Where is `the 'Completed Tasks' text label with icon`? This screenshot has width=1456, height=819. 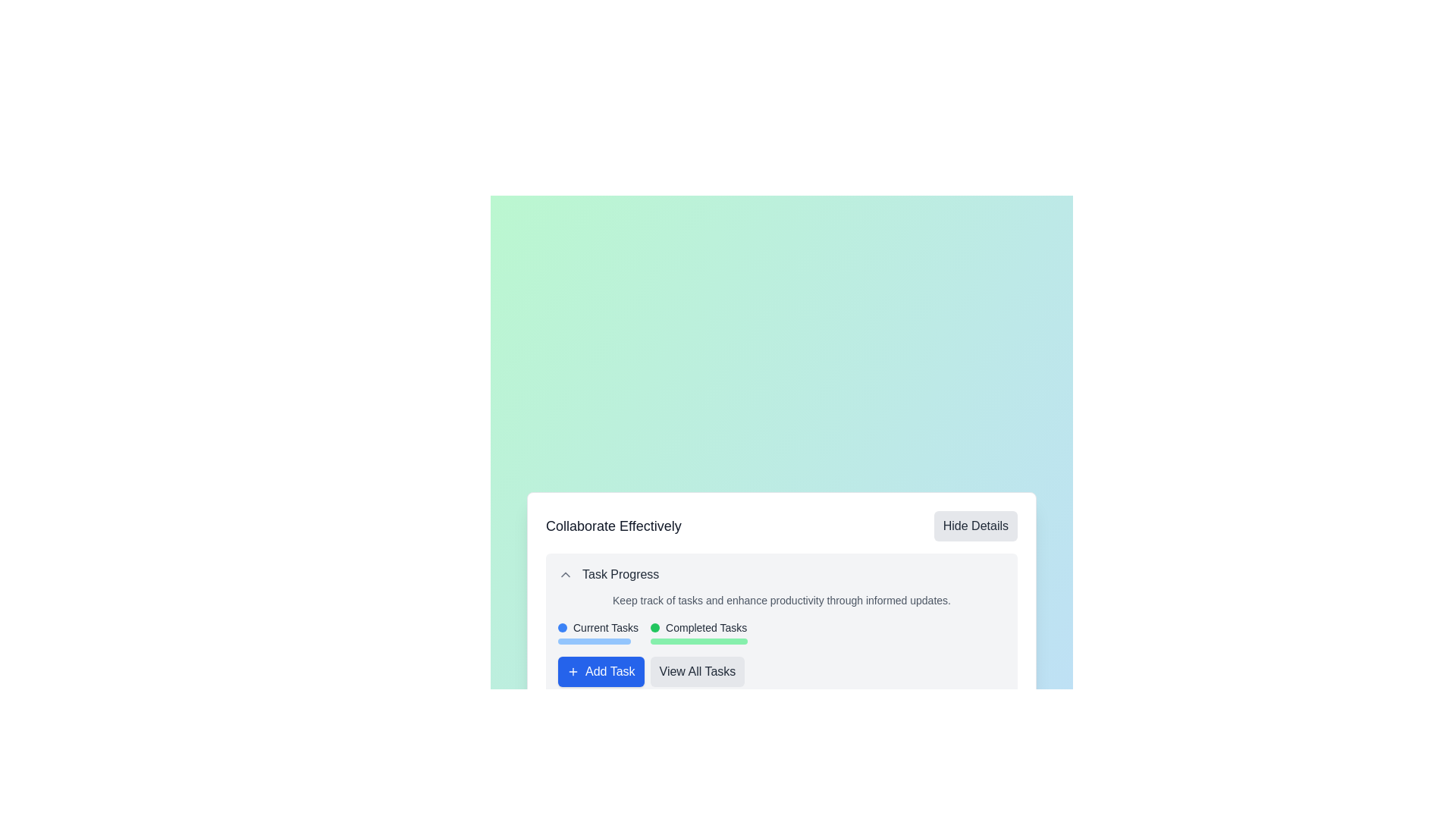
the 'Completed Tasks' text label with icon is located at coordinates (698, 628).